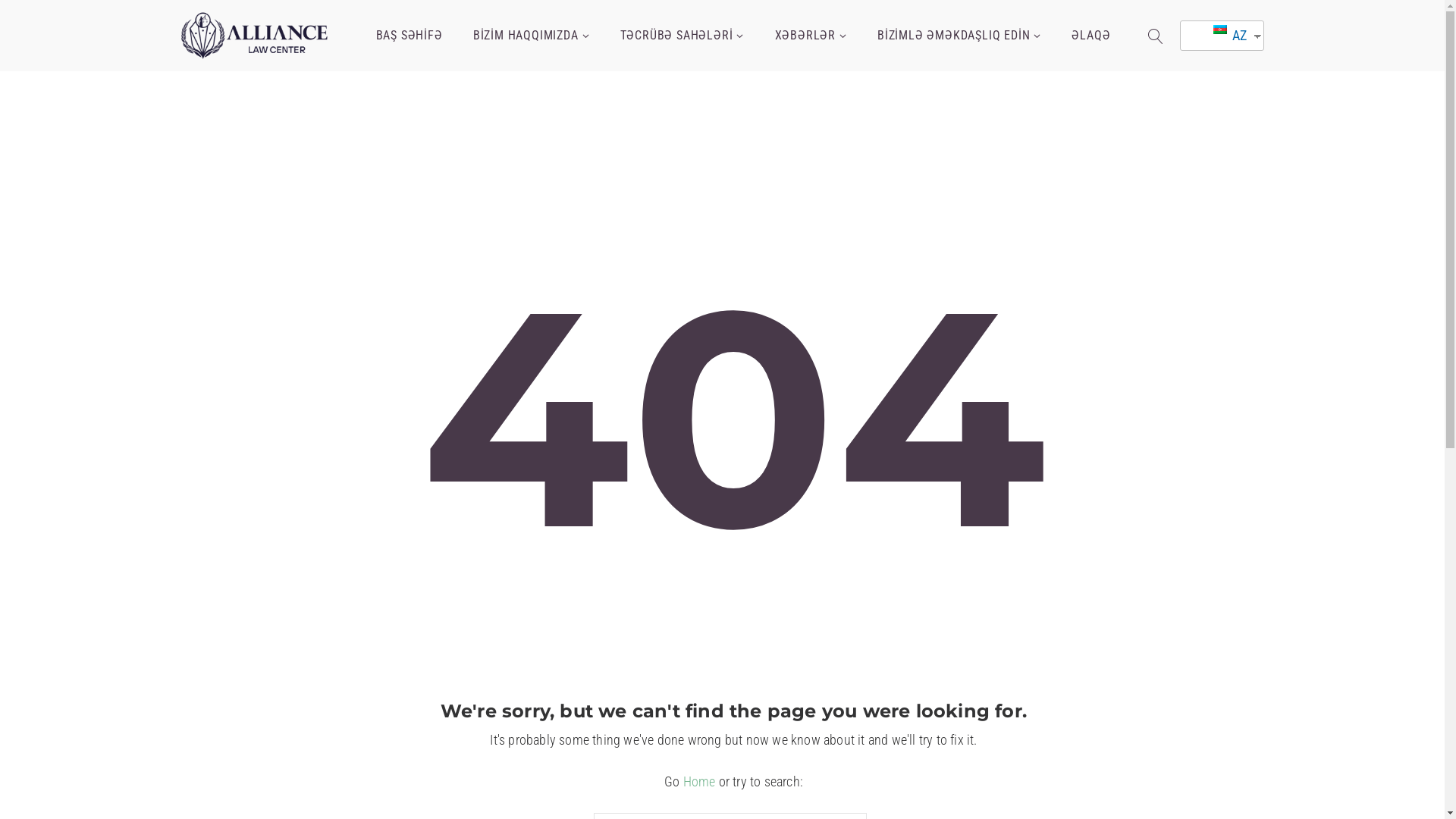 The image size is (1456, 819). Describe the element at coordinates (255, 34) in the screenshot. I see `'Alliance Law Center - '` at that location.